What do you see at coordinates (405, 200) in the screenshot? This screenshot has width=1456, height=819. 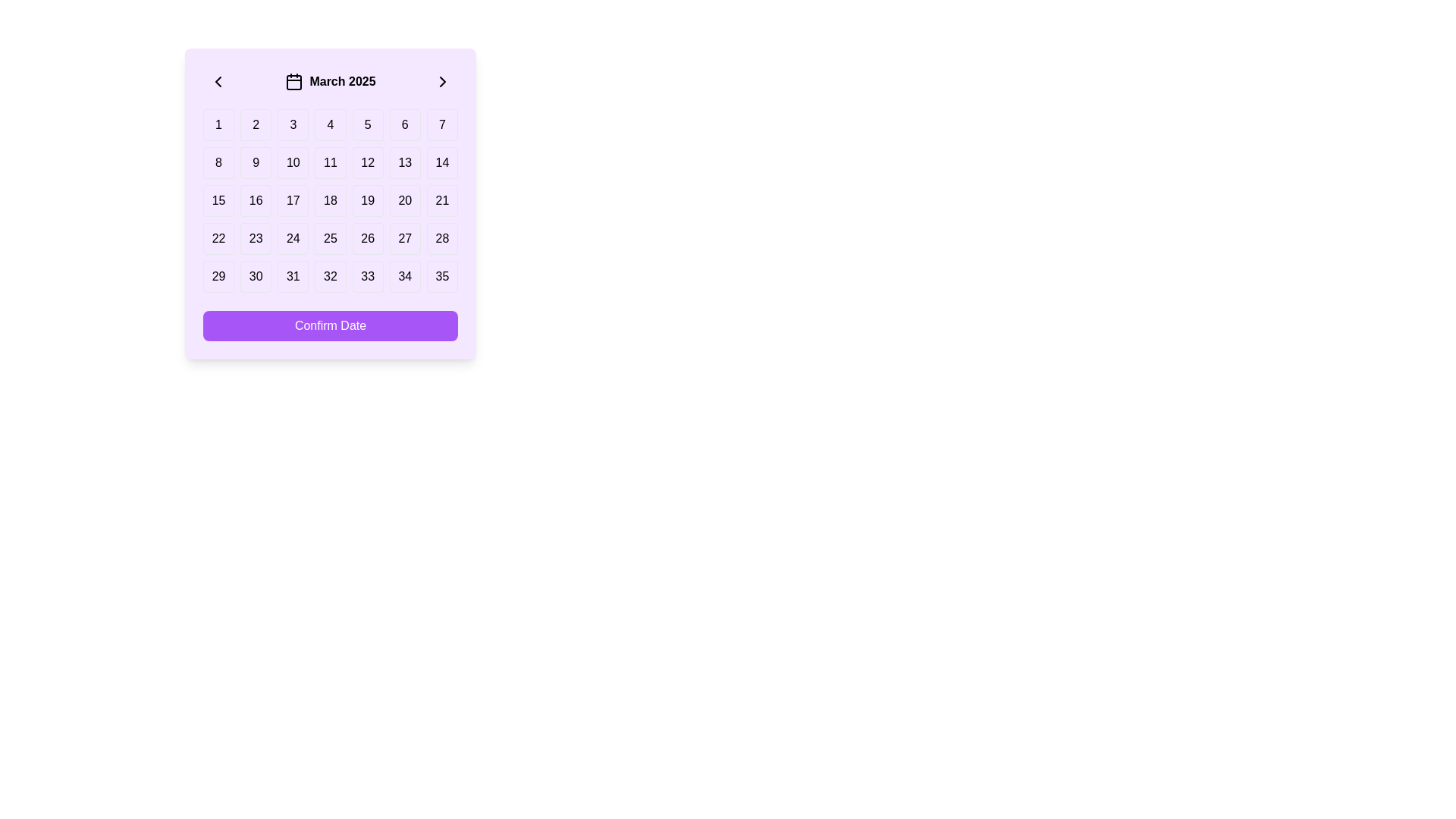 I see `the square-shaped button with a pale purple background, which contains the number '20' in bold black color, located in the third row and sixth column of the grid below the heading 'March 2025'` at bounding box center [405, 200].